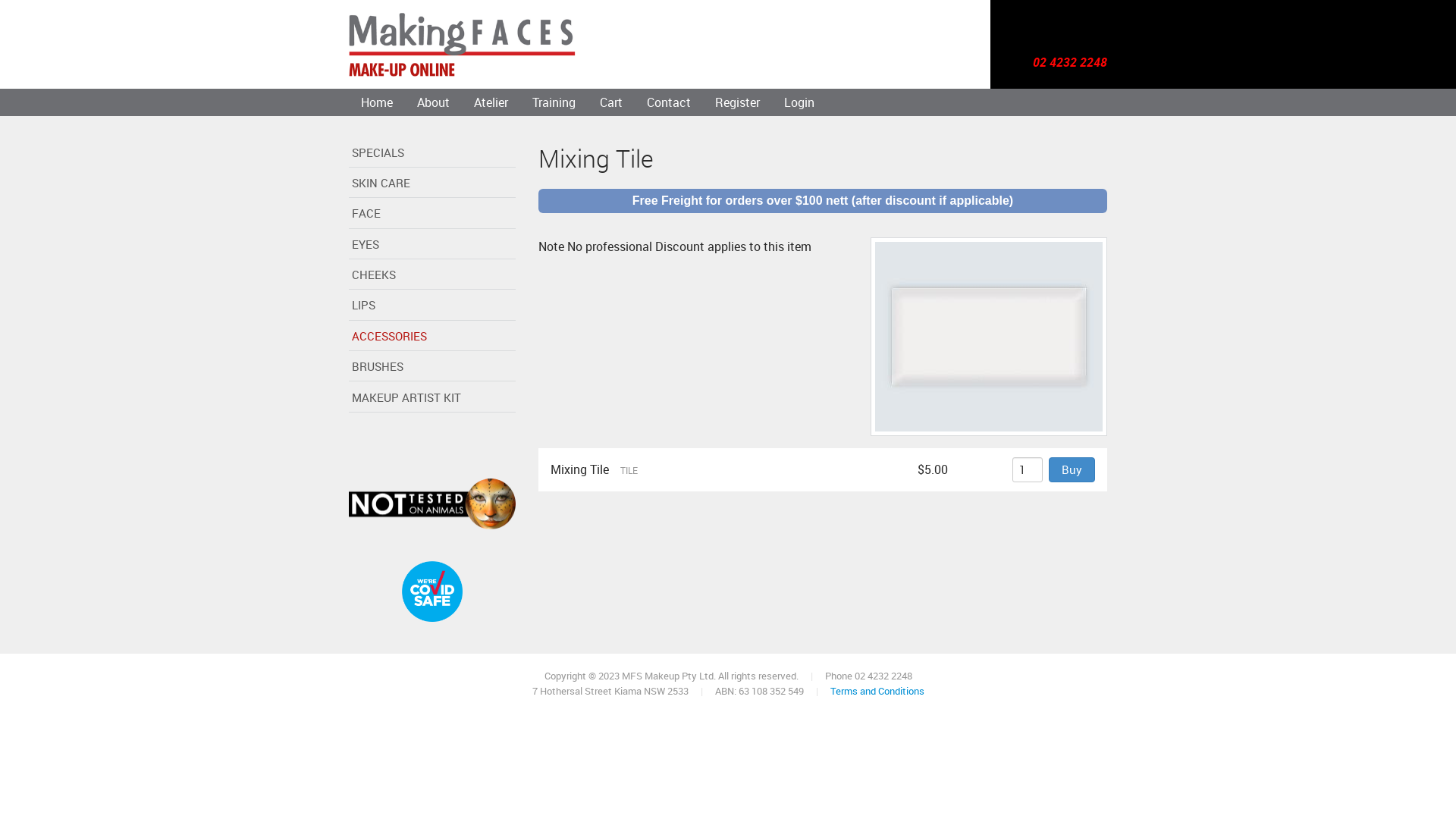 This screenshot has width=1456, height=819. What do you see at coordinates (553, 102) in the screenshot?
I see `'Training'` at bounding box center [553, 102].